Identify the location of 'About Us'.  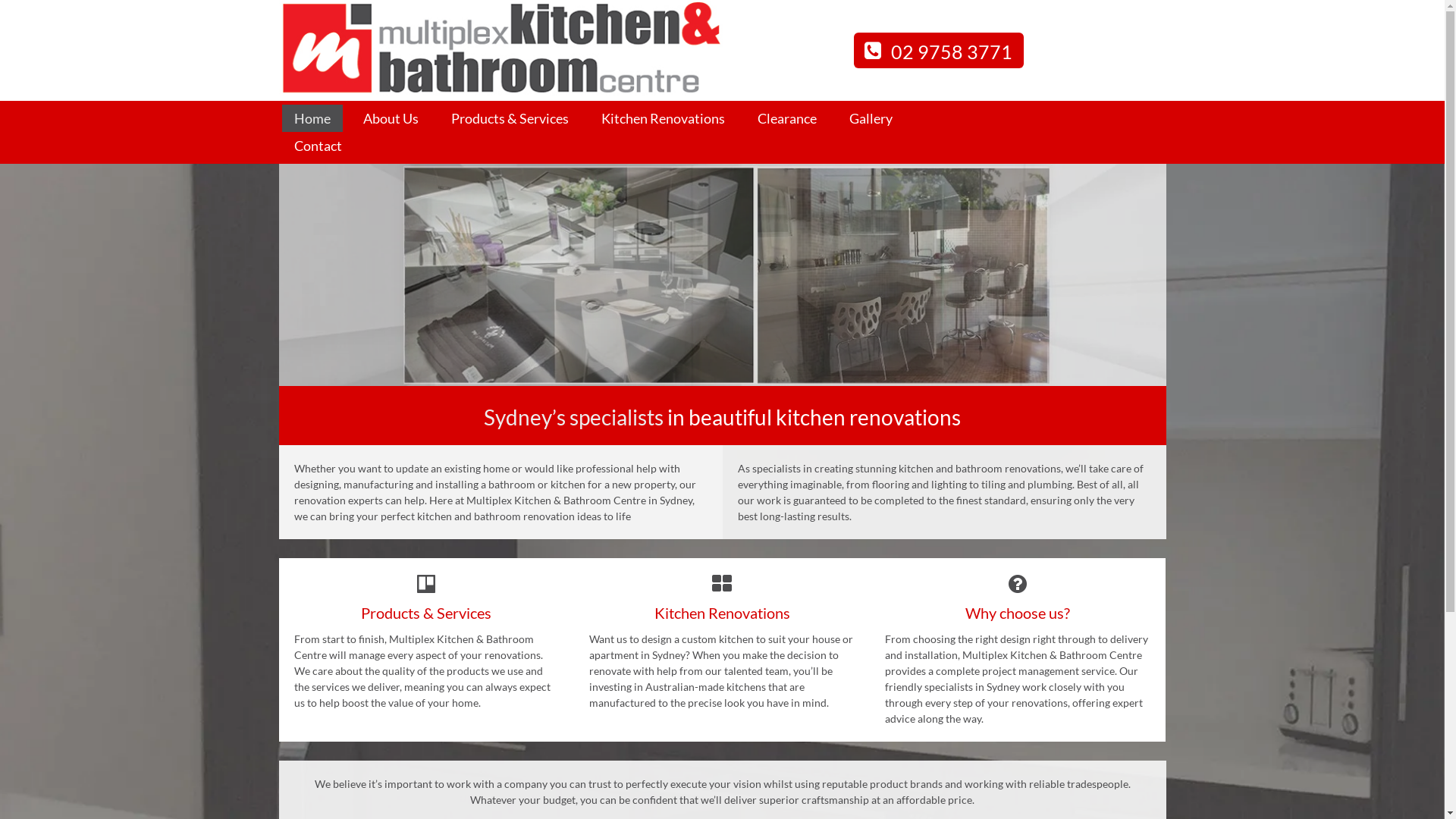
(390, 118).